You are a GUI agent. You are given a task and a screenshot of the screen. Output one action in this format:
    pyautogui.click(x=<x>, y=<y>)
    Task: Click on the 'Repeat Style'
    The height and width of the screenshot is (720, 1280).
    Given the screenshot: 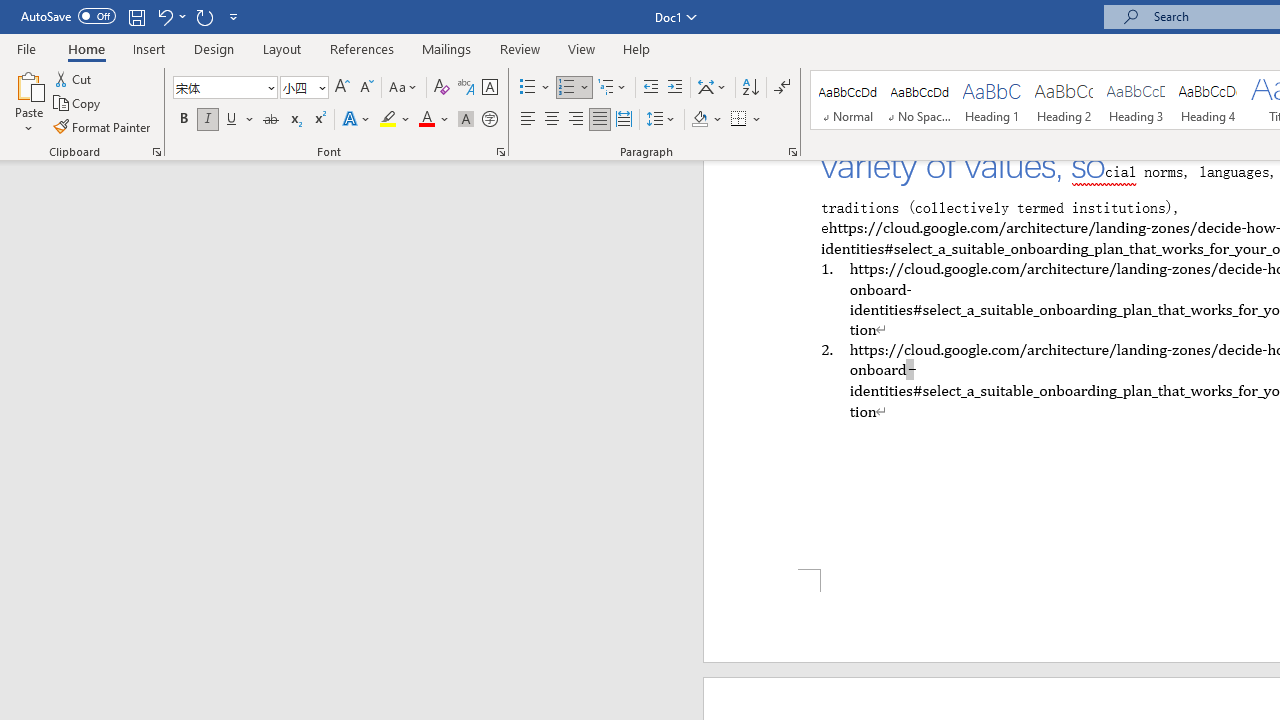 What is the action you would take?
    pyautogui.click(x=204, y=16)
    